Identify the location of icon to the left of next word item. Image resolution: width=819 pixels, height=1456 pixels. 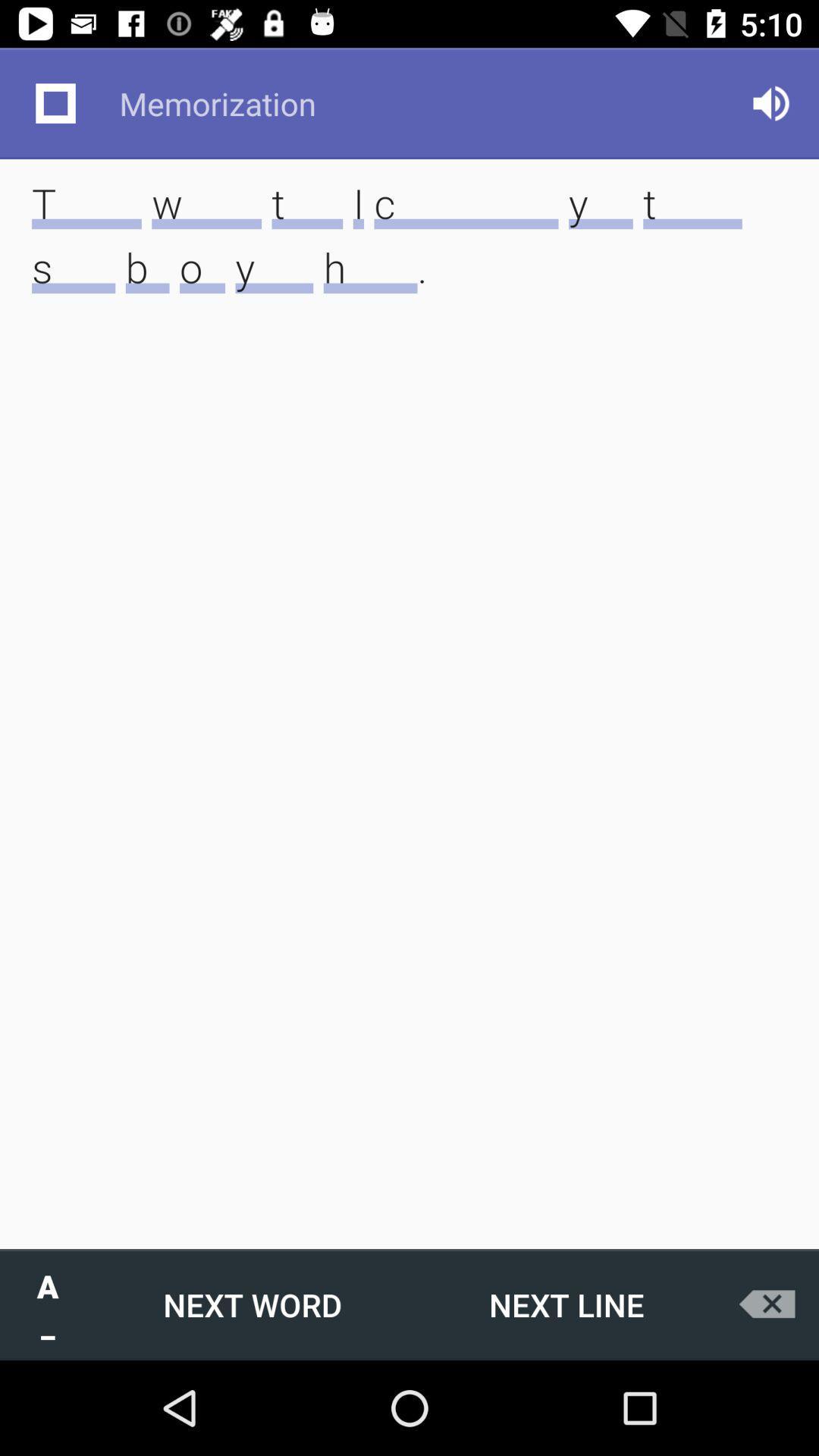
(46, 1304).